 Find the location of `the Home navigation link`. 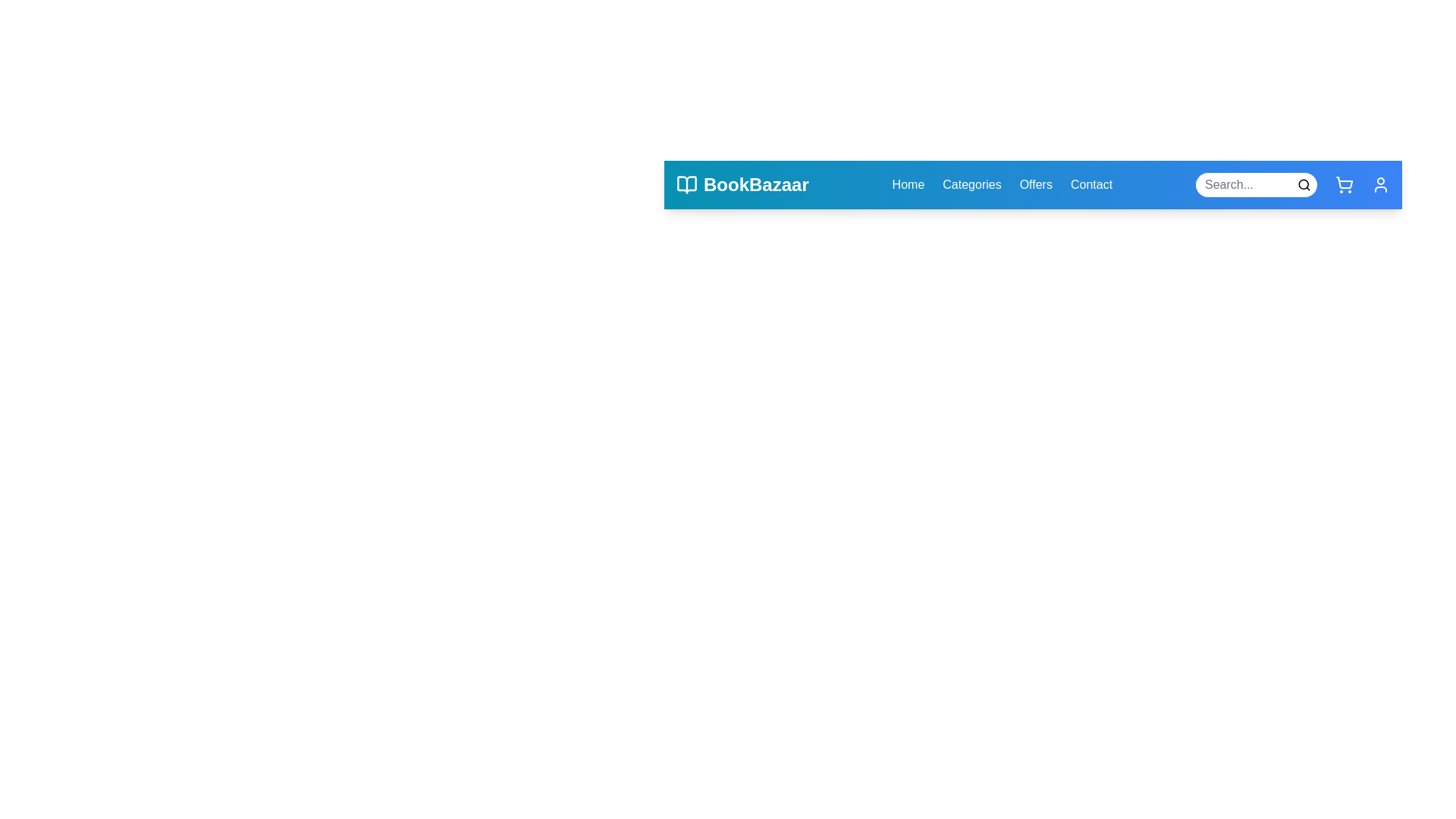

the Home navigation link is located at coordinates (908, 184).